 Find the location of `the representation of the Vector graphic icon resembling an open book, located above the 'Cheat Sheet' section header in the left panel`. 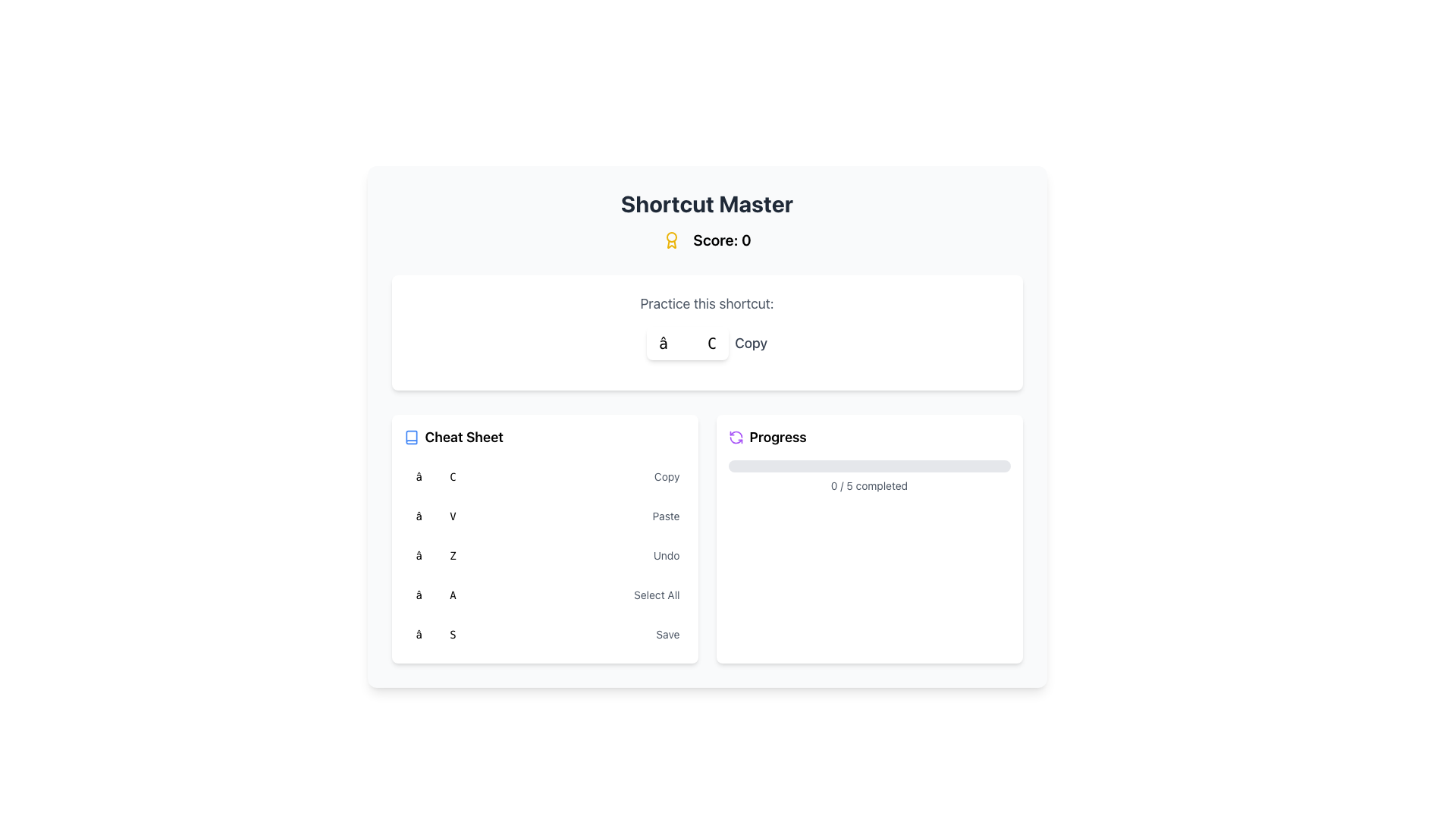

the representation of the Vector graphic icon resembling an open book, located above the 'Cheat Sheet' section header in the left panel is located at coordinates (411, 438).